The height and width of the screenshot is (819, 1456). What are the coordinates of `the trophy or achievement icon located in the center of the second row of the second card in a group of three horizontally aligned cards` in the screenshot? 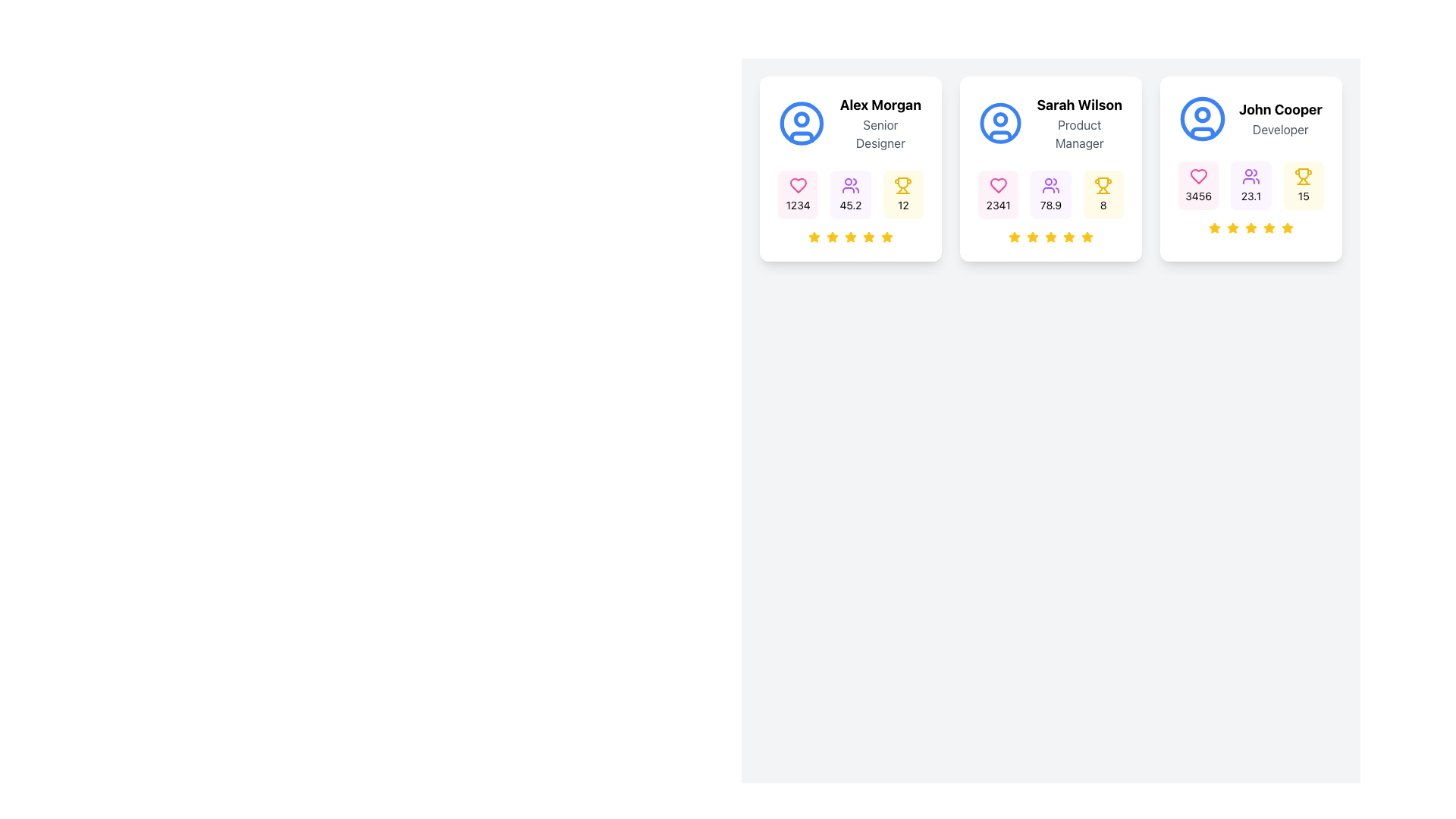 It's located at (903, 182).